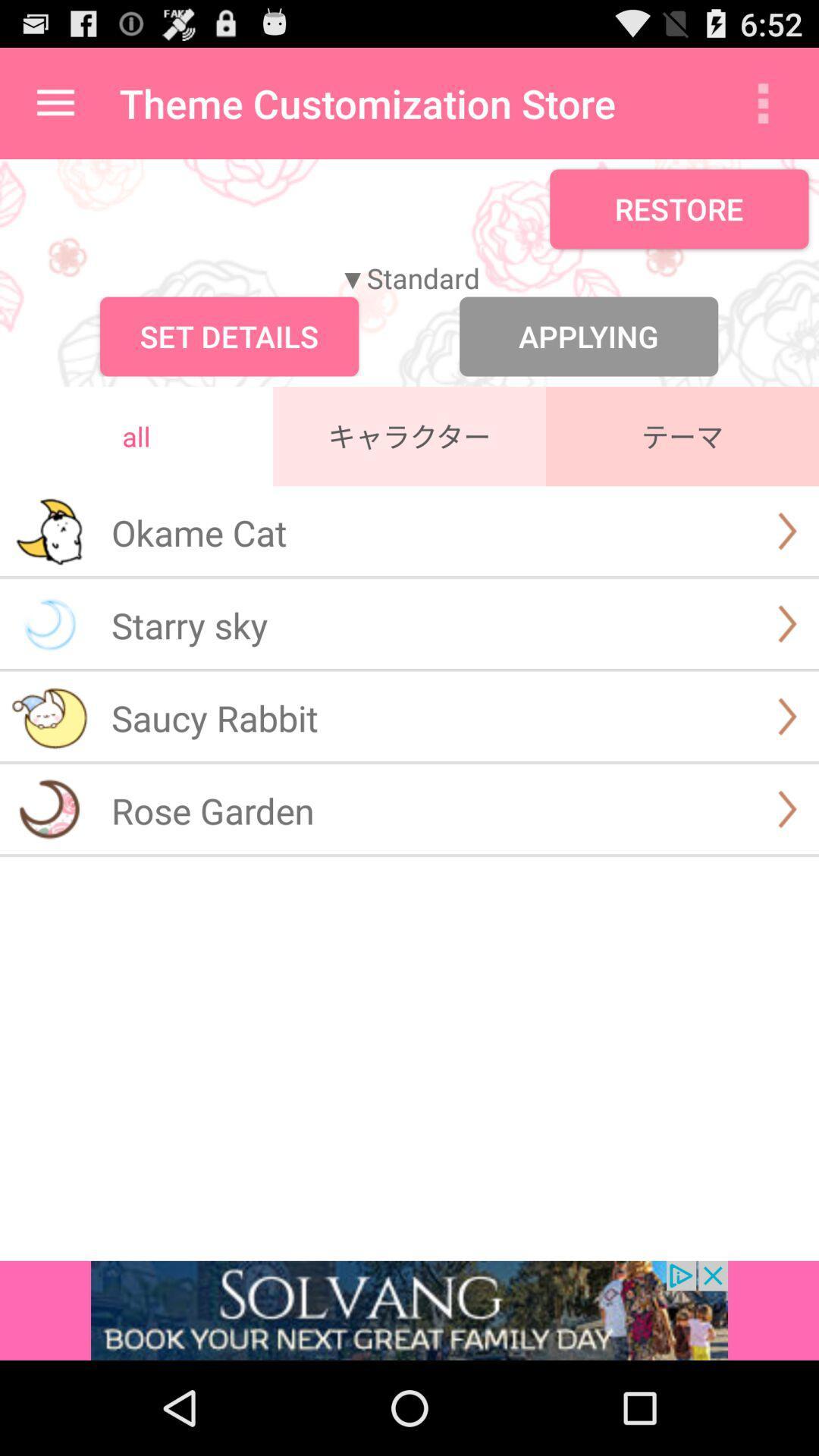  What do you see at coordinates (409, 1310) in the screenshot?
I see `advertisement image` at bounding box center [409, 1310].